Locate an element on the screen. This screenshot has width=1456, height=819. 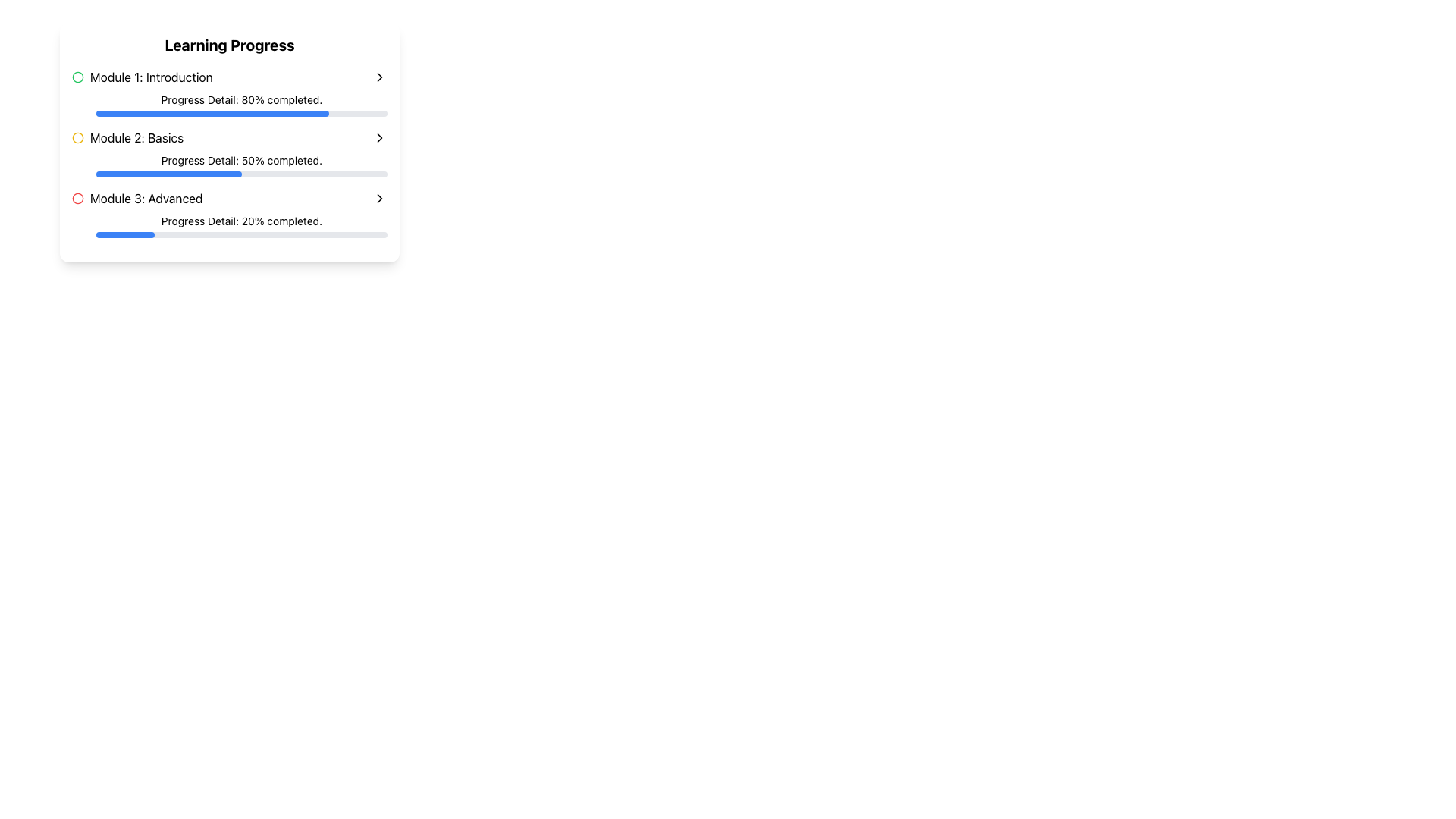
the text label displaying 'Module 2: Basics', which is located in the middle section of a vertical list of modules is located at coordinates (136, 137).